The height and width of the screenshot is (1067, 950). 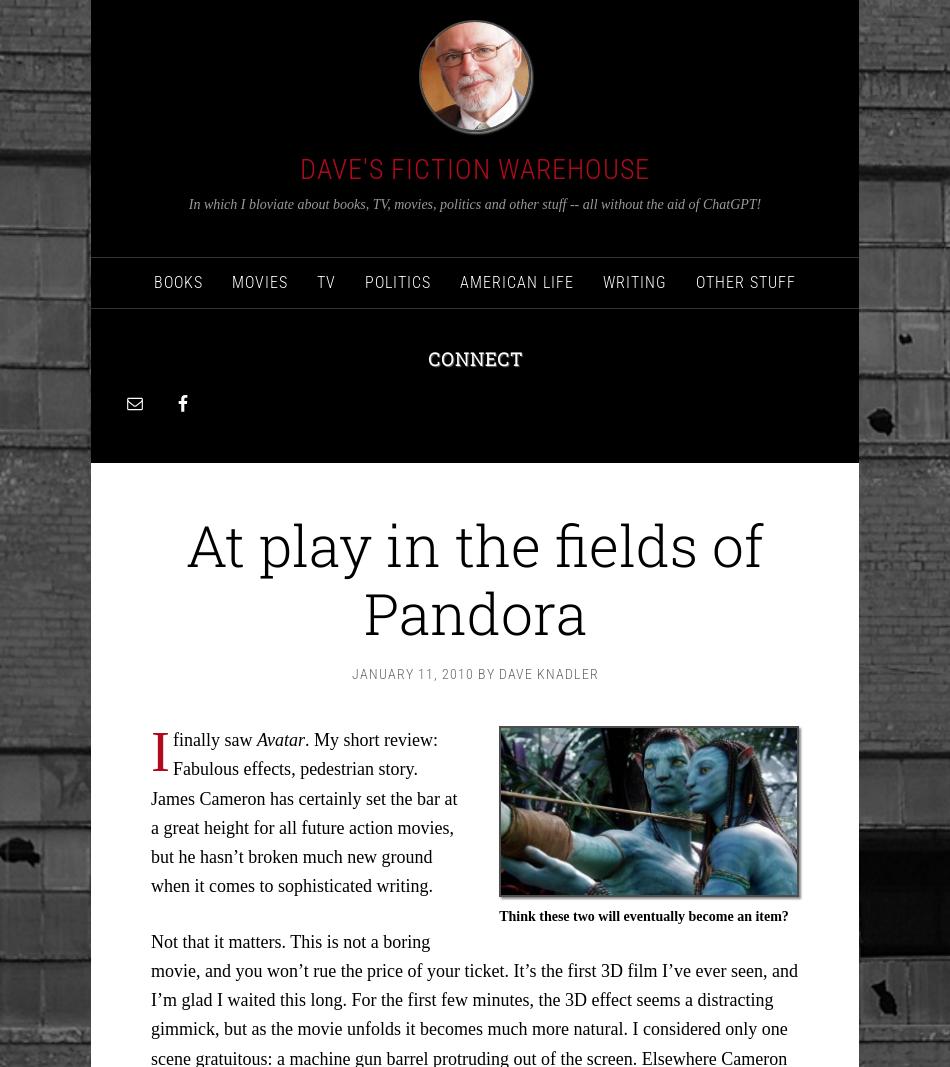 I want to click on 'I', so click(x=159, y=750).